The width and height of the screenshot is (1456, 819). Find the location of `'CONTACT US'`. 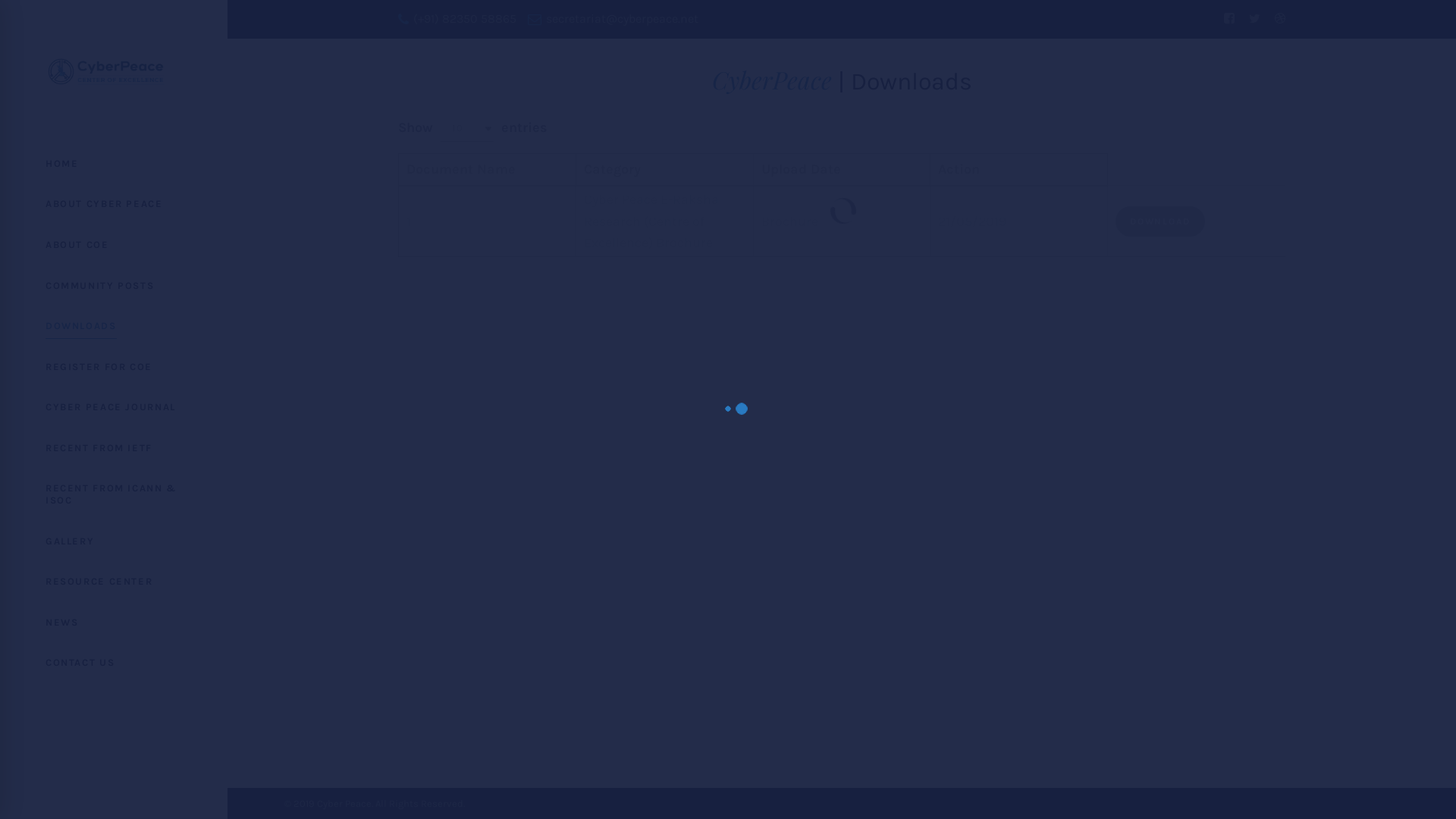

'CONTACT US' is located at coordinates (112, 662).